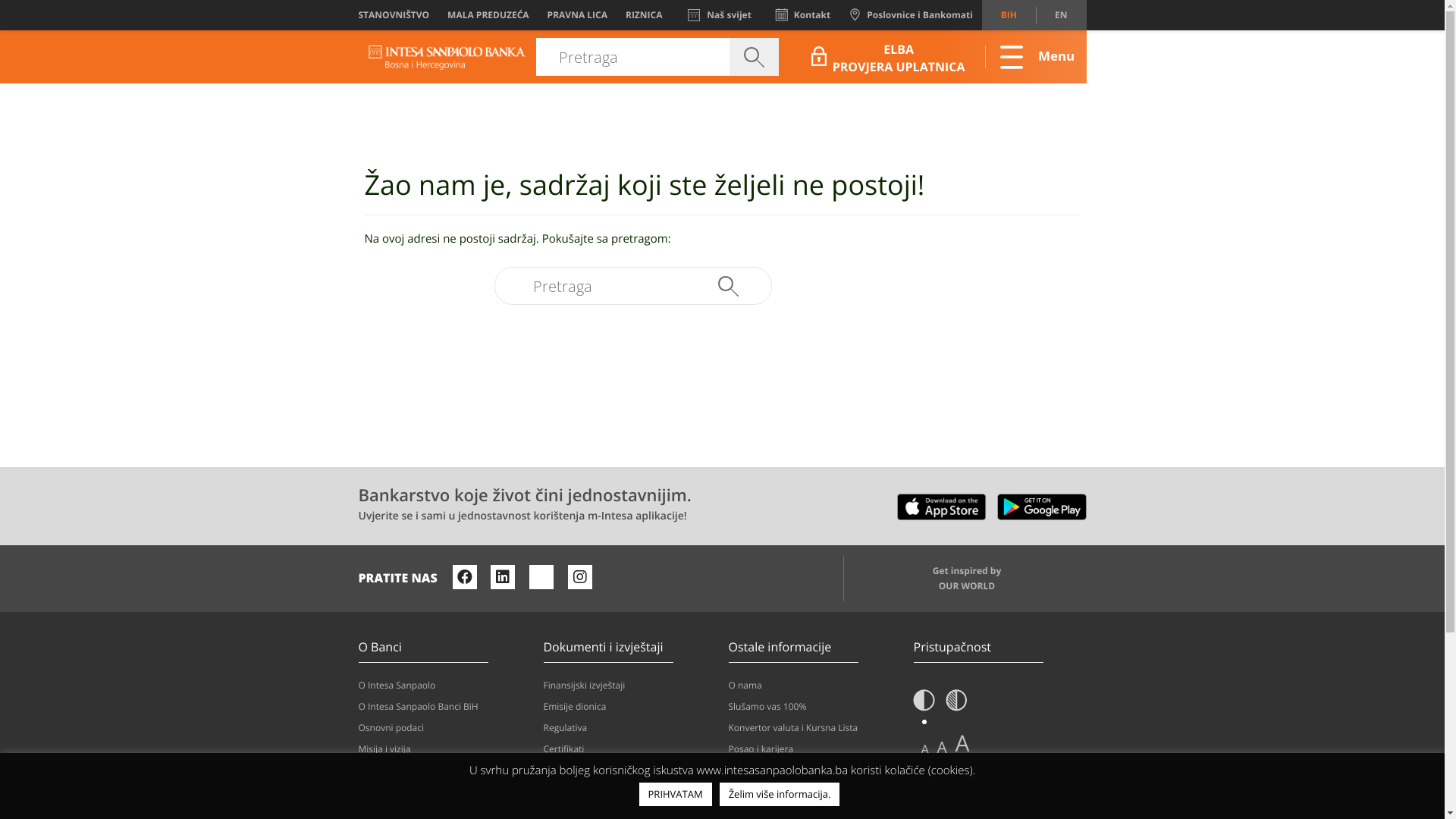  What do you see at coordinates (964, 579) in the screenshot?
I see `'Get inspired by` at bounding box center [964, 579].